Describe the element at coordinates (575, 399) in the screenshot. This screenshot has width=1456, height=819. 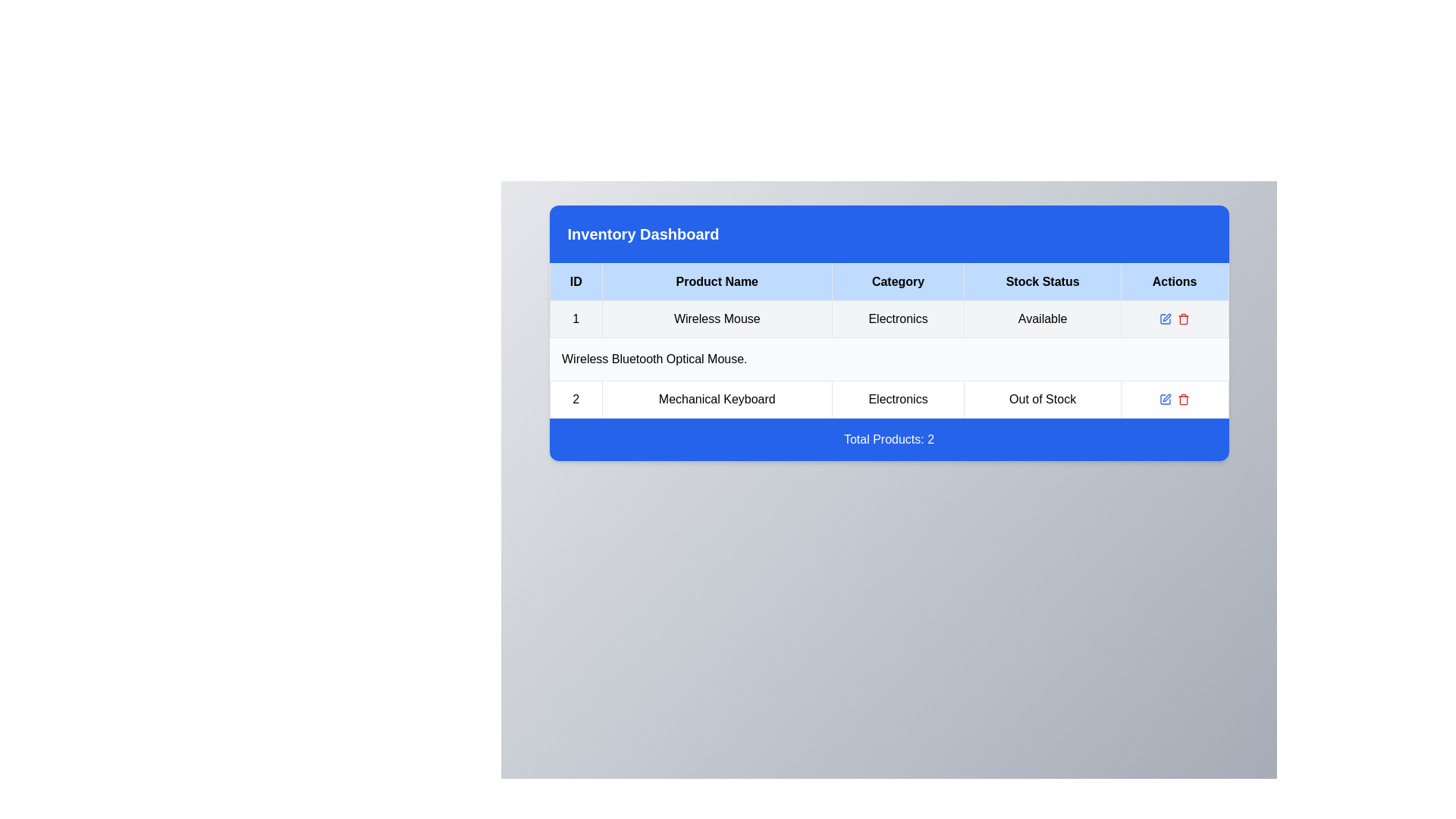
I see `the static text display field that identifies the entry 'Mechanical Keyboard' located in the second row of the tabular data display under the 'ID' column` at that location.